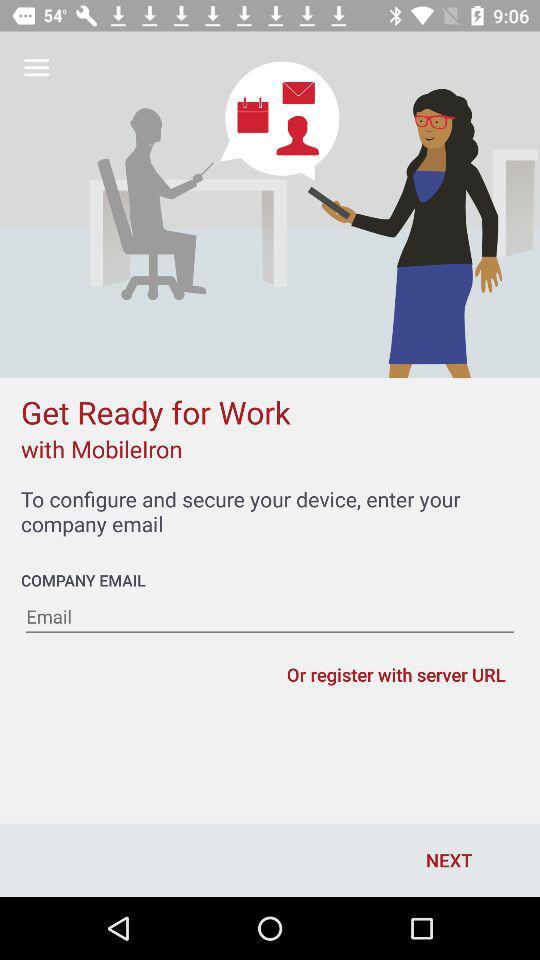  I want to click on email address, so click(270, 616).